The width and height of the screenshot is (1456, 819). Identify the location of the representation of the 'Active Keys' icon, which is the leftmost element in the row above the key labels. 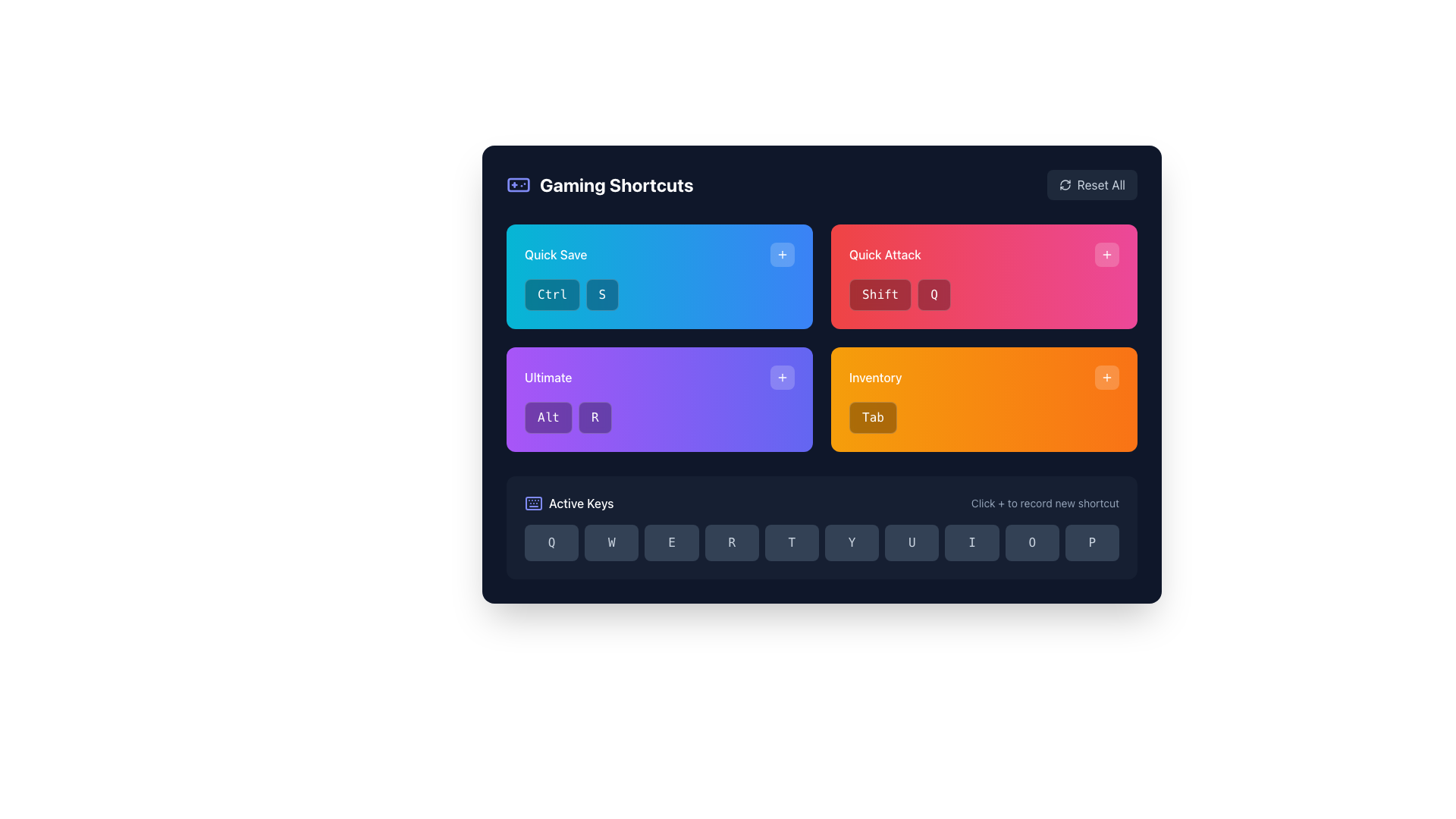
(534, 503).